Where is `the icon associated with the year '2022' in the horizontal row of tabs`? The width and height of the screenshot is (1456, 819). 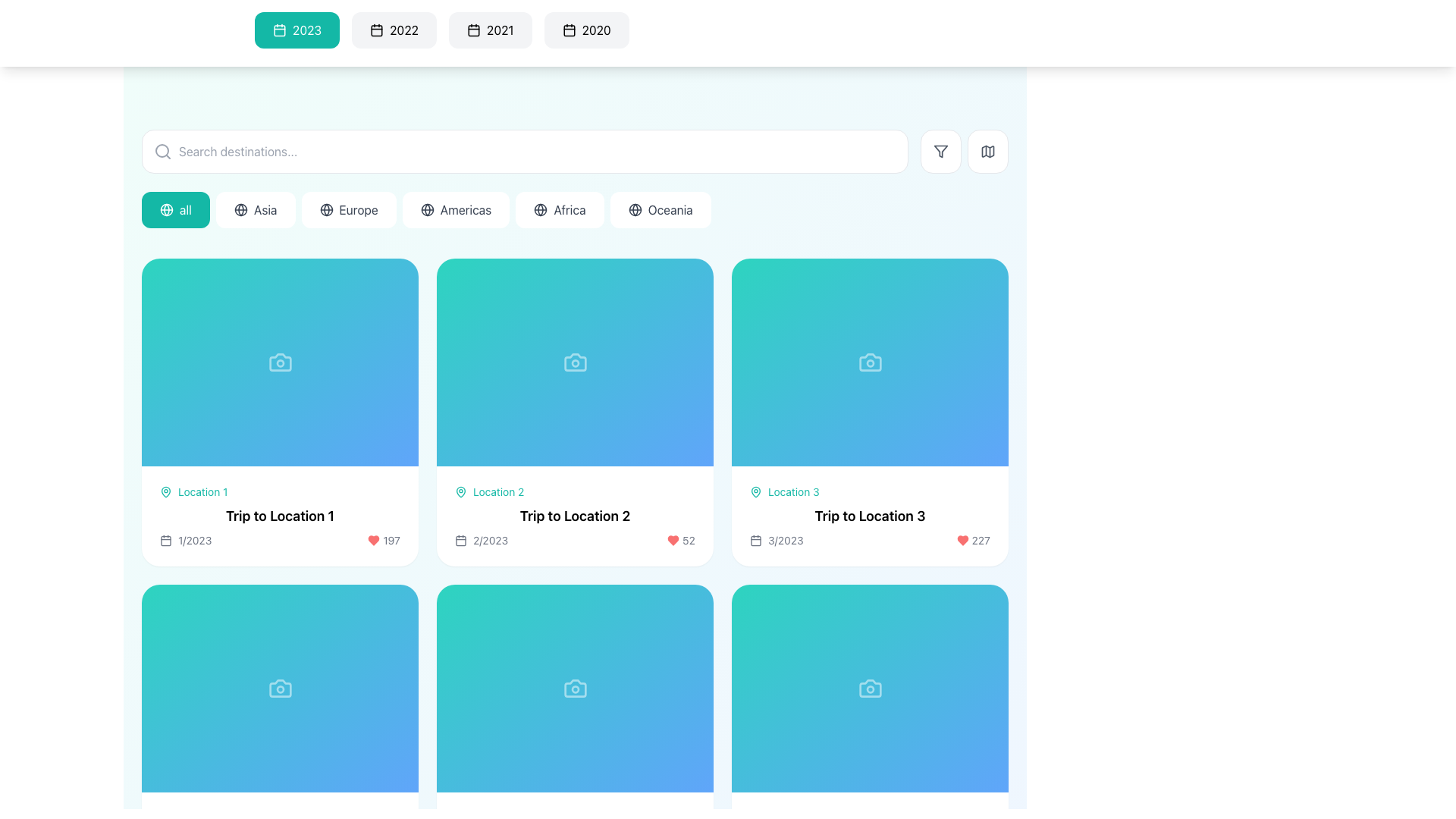 the icon associated with the year '2022' in the horizontal row of tabs is located at coordinates (377, 30).